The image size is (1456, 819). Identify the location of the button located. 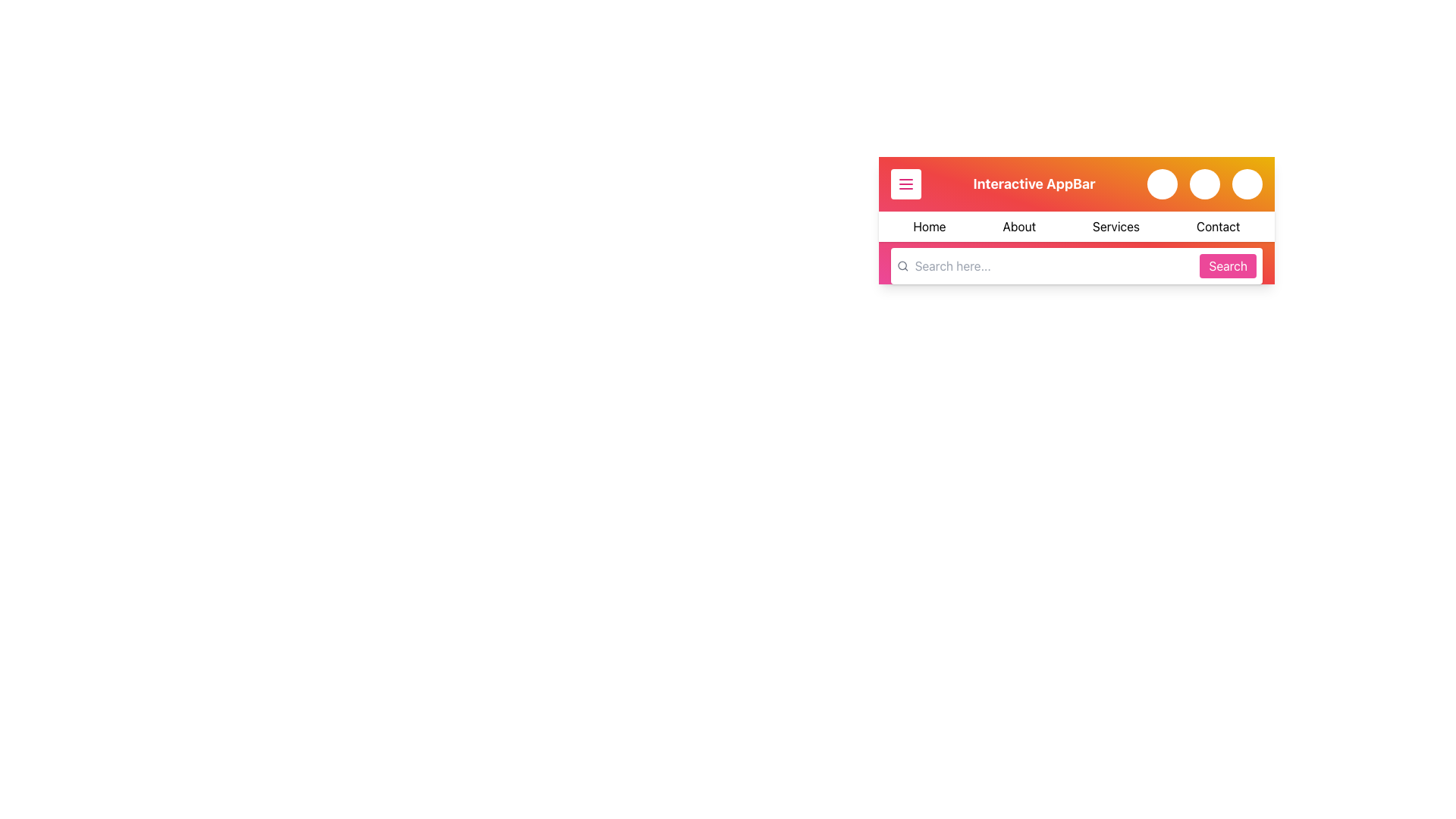
(1161, 184).